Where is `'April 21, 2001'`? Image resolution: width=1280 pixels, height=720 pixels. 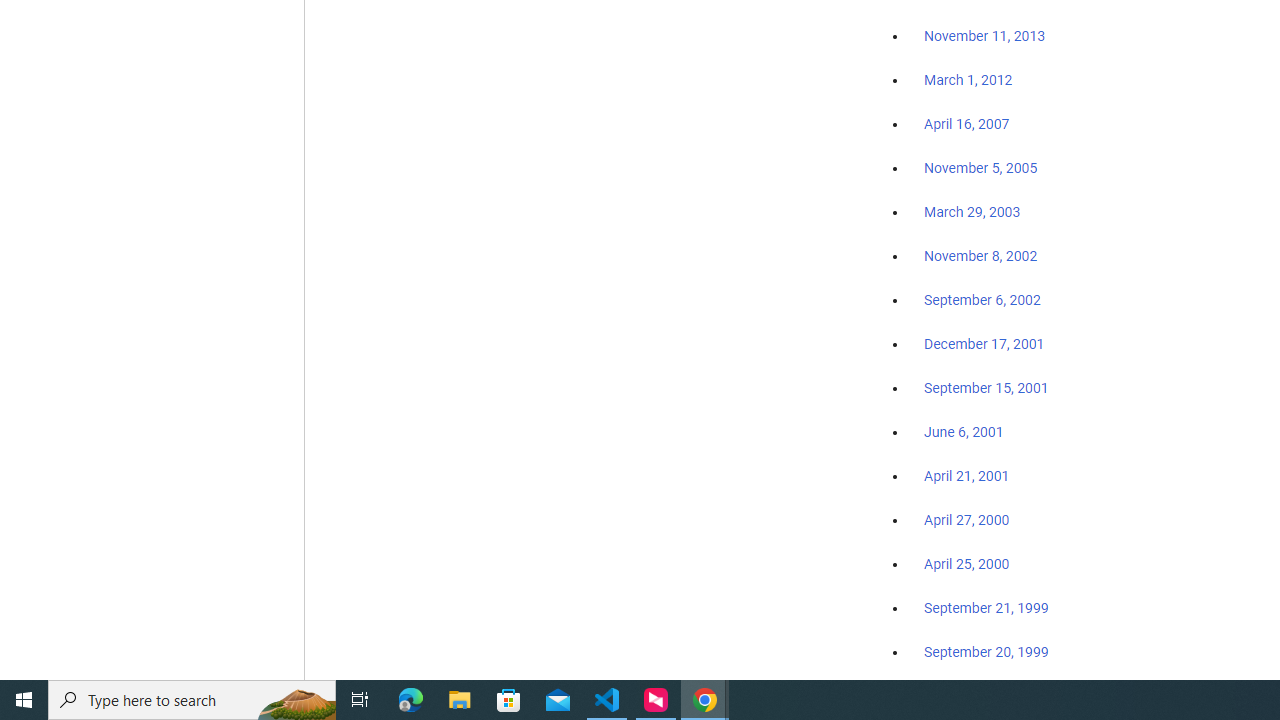
'April 21, 2001' is located at coordinates (967, 476).